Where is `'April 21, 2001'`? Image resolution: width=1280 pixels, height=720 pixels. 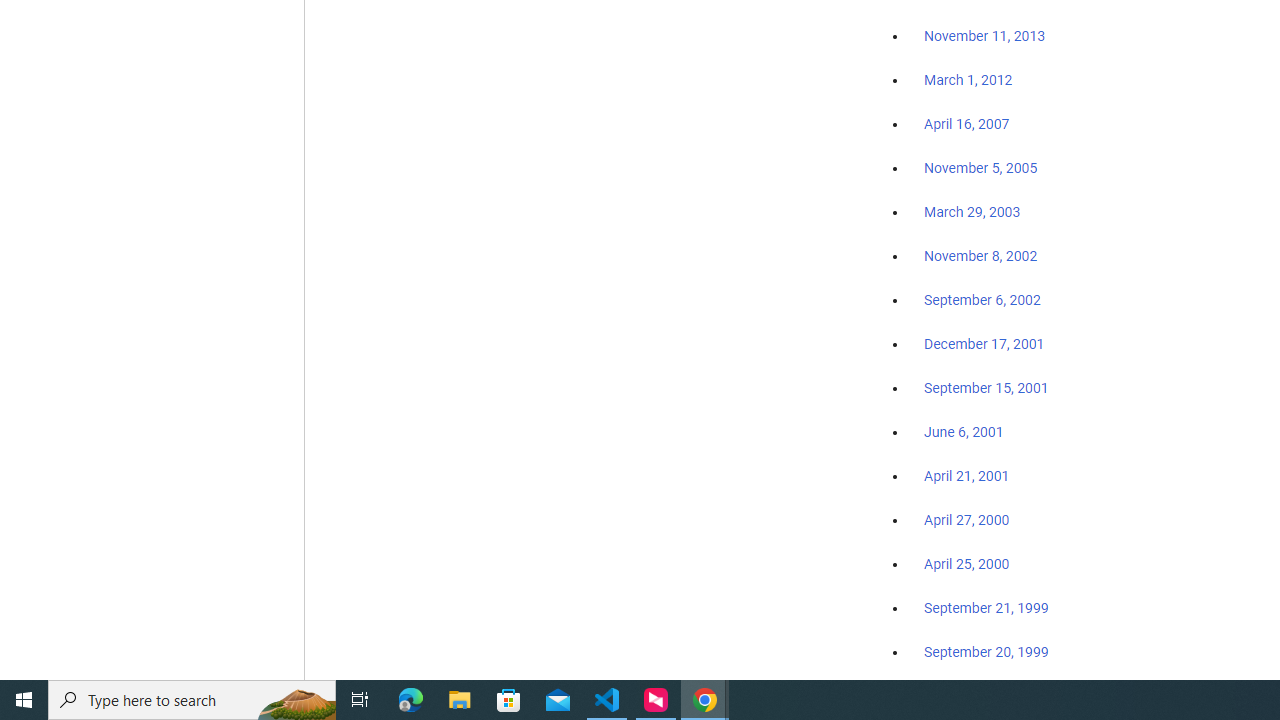
'April 21, 2001' is located at coordinates (967, 476).